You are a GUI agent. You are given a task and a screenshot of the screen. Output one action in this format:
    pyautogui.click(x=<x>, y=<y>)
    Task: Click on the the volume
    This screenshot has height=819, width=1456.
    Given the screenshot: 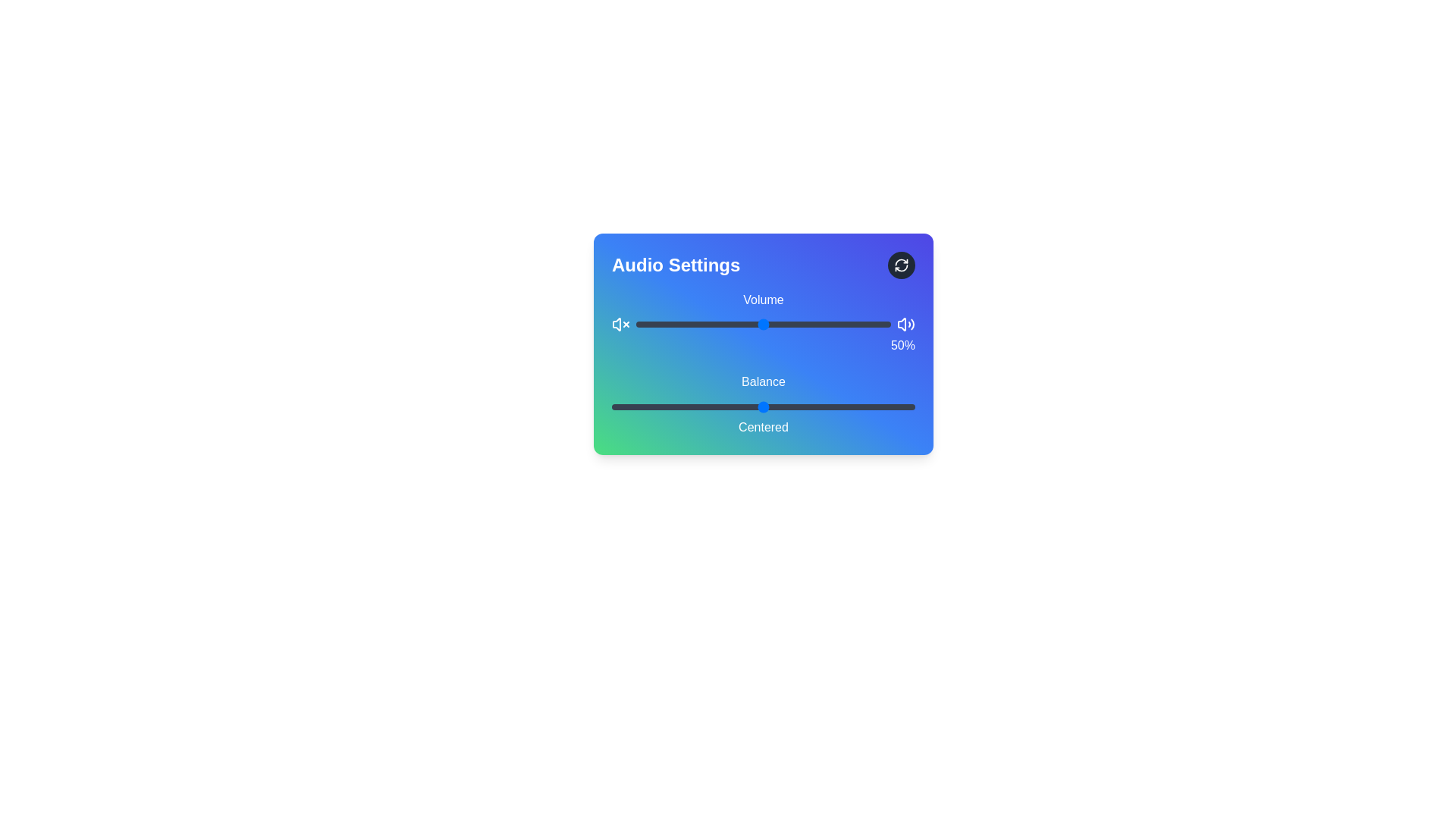 What is the action you would take?
    pyautogui.click(x=730, y=324)
    